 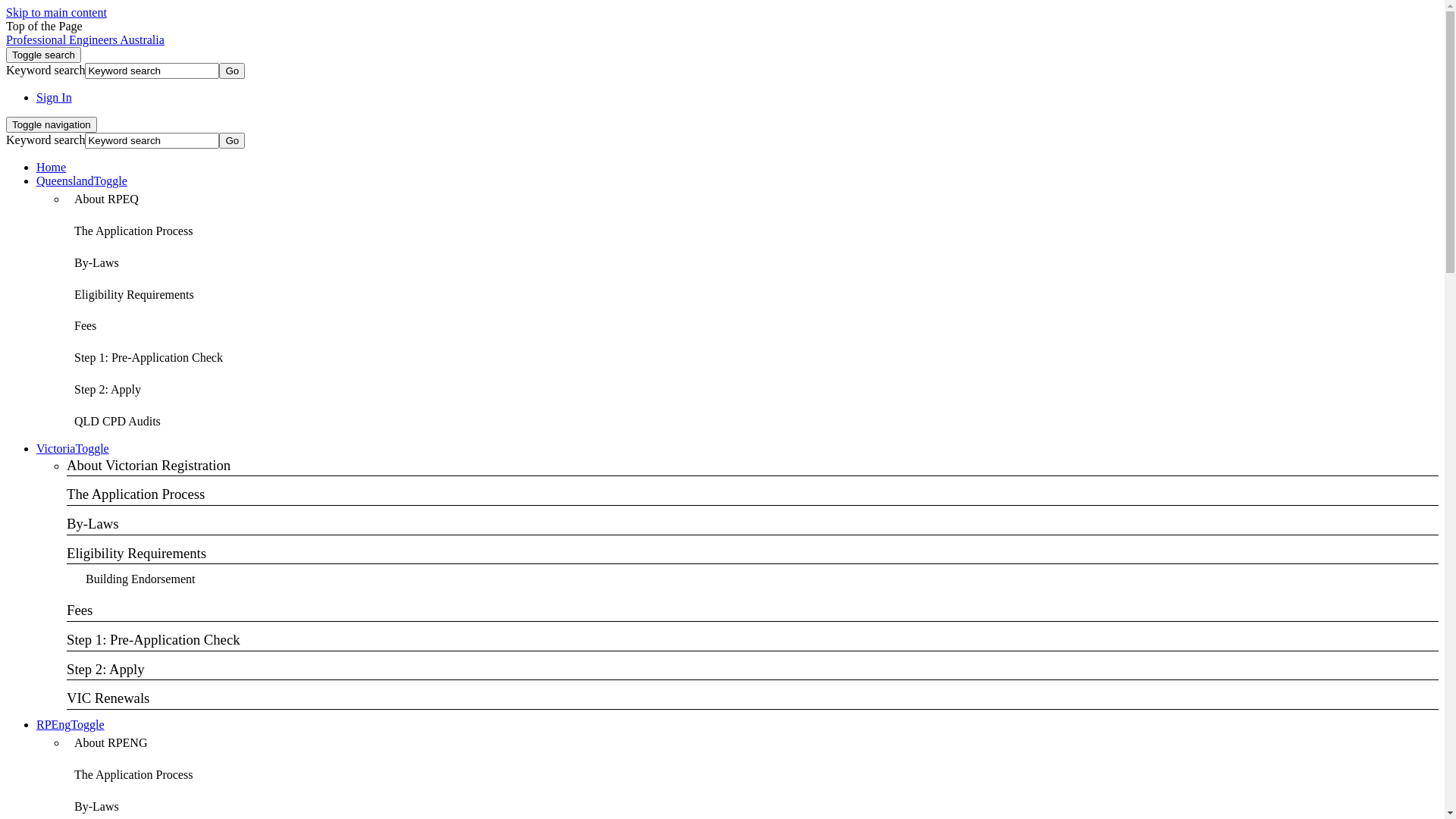 What do you see at coordinates (51, 167) in the screenshot?
I see `'Home'` at bounding box center [51, 167].